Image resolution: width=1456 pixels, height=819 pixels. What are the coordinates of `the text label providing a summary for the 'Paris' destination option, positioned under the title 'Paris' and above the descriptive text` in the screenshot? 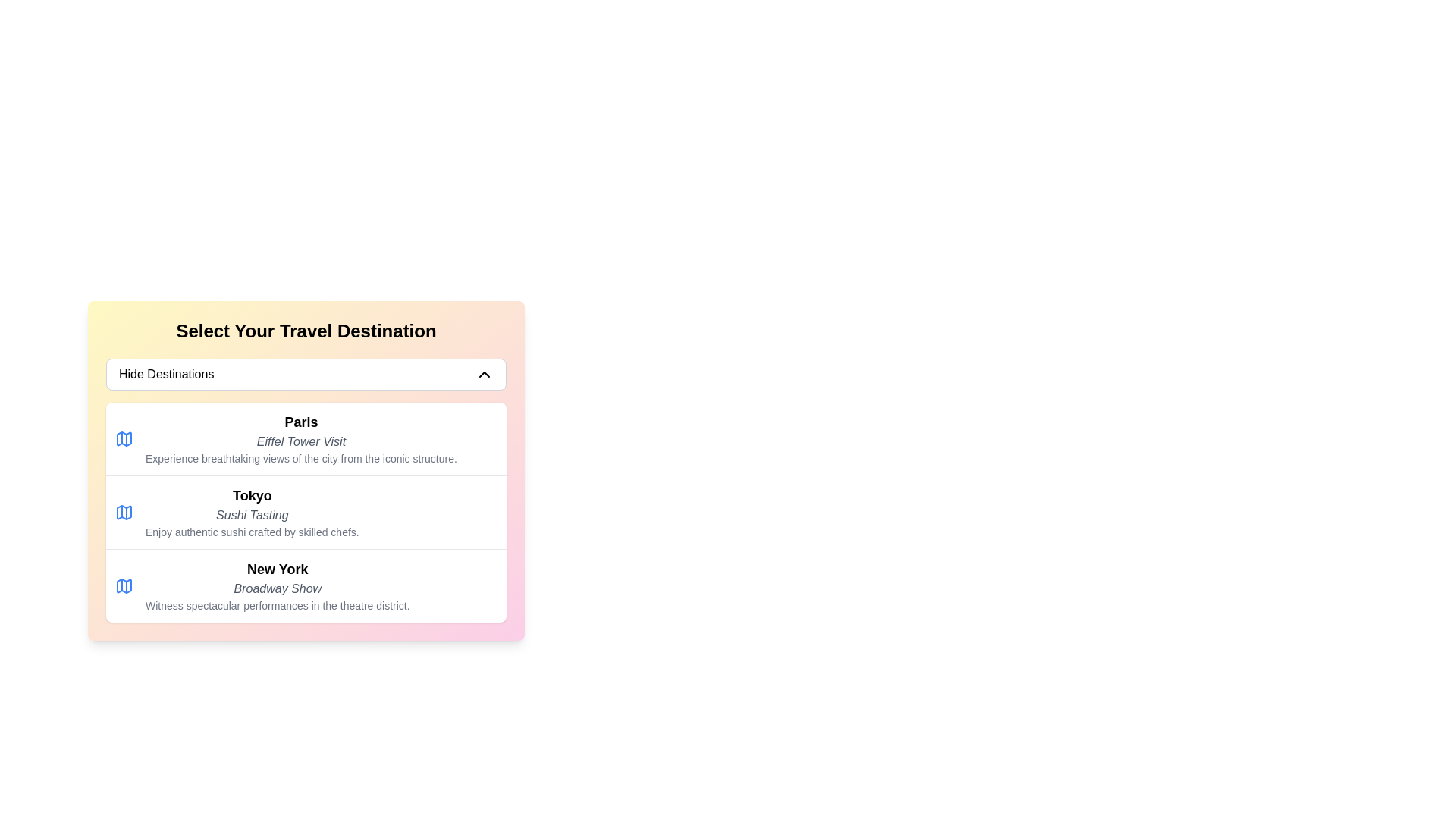 It's located at (301, 441).